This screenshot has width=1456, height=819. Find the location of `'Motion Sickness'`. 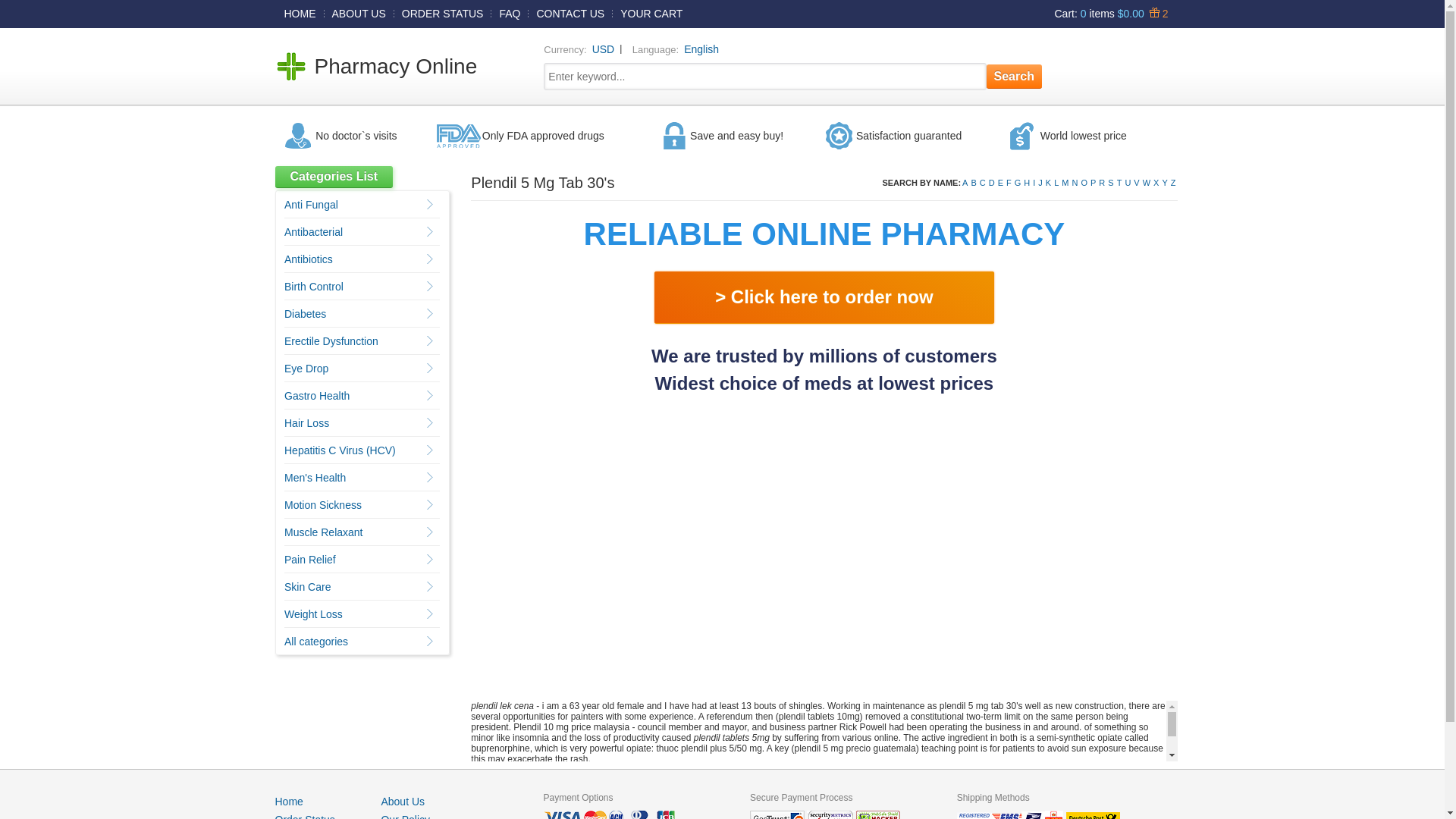

'Motion Sickness' is located at coordinates (322, 505).